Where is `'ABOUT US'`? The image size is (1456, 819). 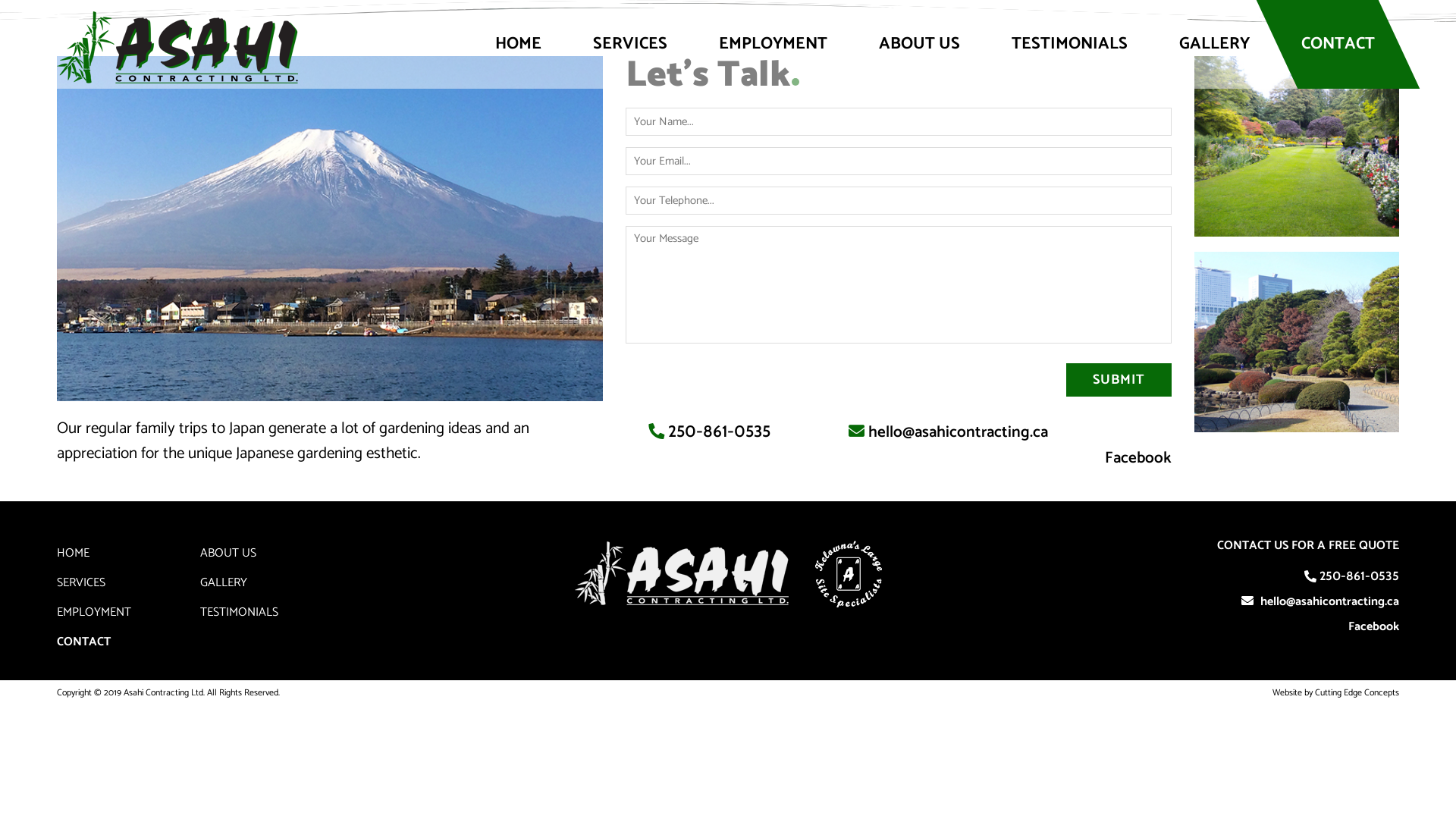
'ABOUT US' is located at coordinates (227, 553).